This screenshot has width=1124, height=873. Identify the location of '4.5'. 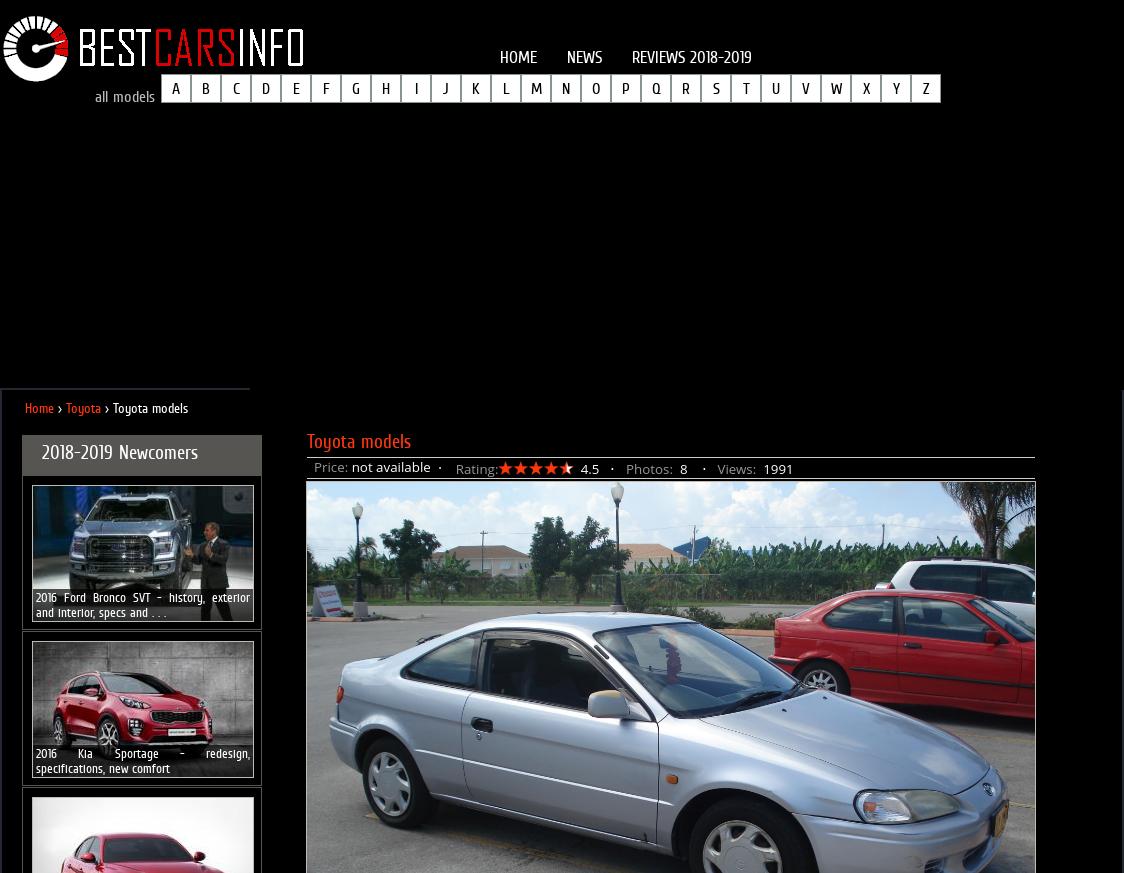
(588, 468).